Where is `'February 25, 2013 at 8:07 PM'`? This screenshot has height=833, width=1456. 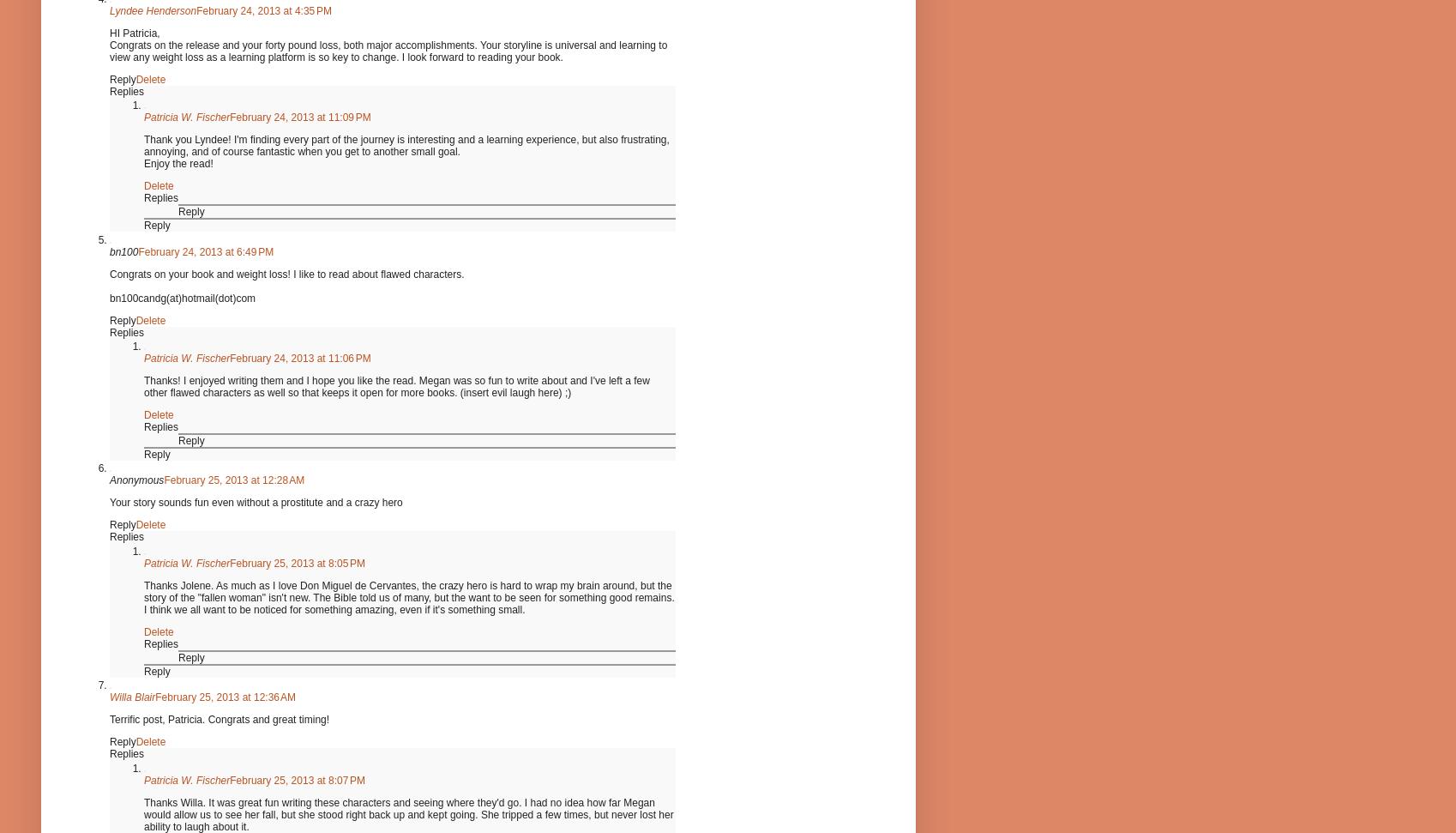 'February 25, 2013 at 8:07 PM' is located at coordinates (298, 779).